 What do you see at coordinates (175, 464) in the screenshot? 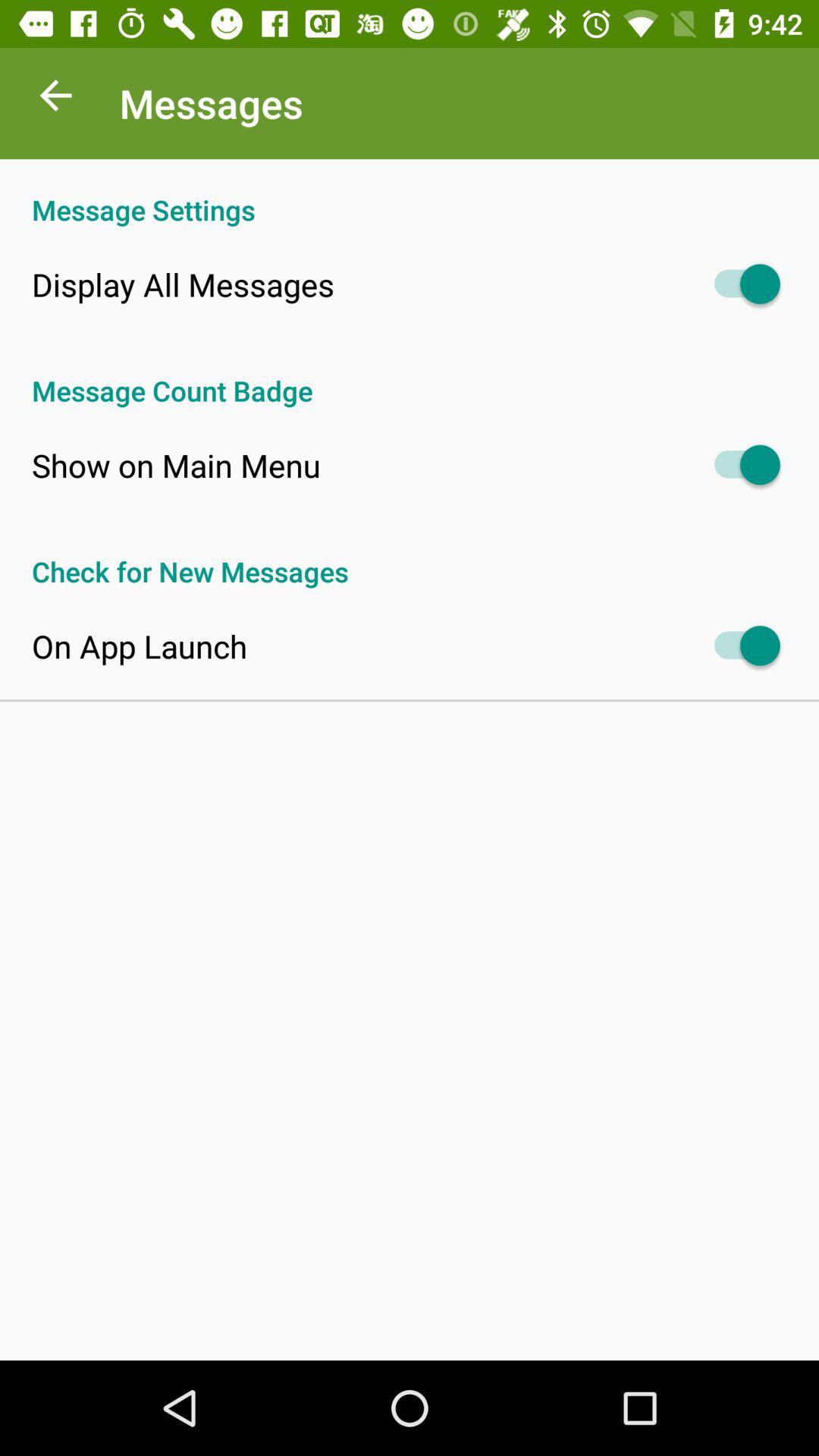
I see `show on main icon` at bounding box center [175, 464].